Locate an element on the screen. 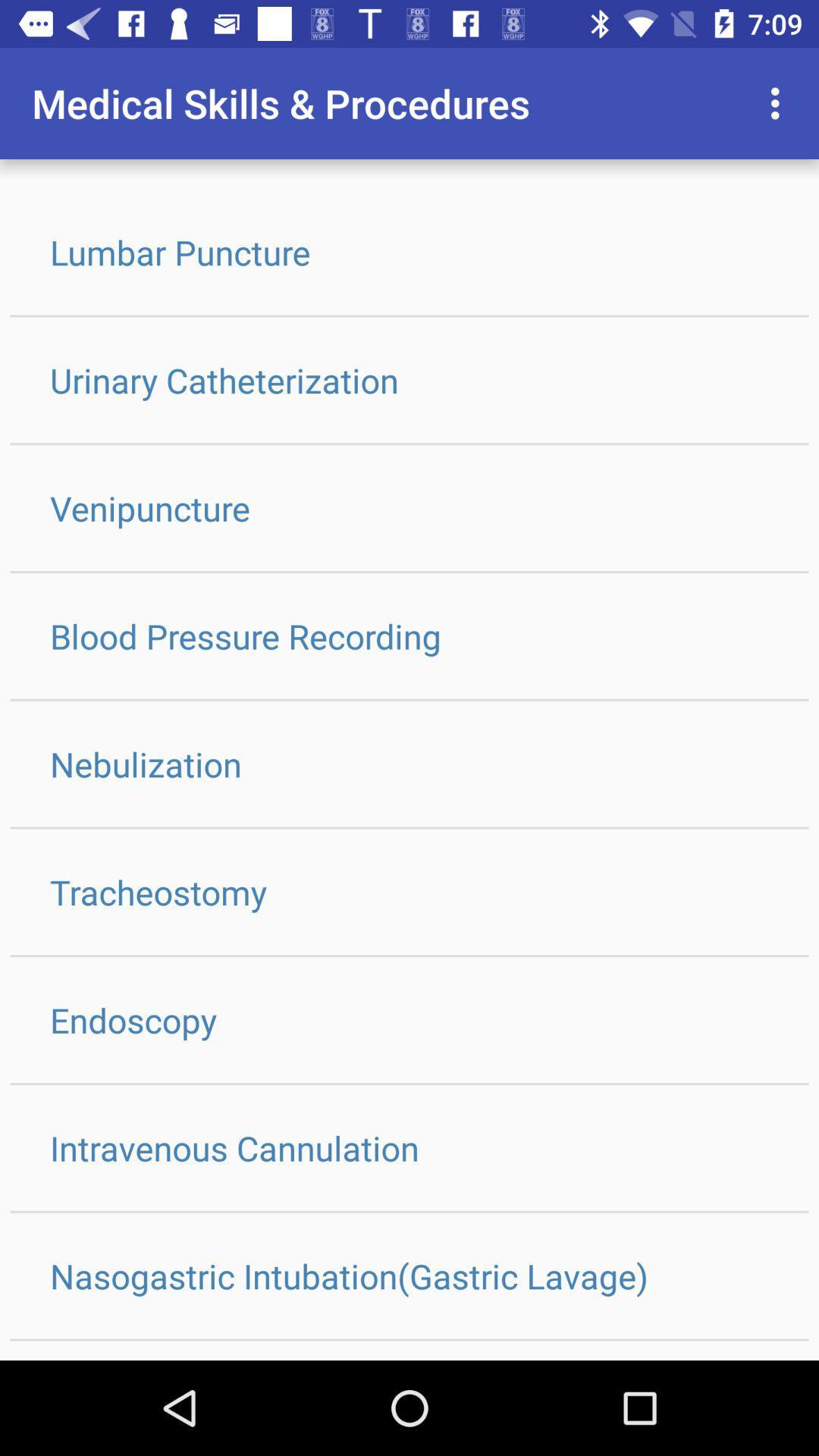 The width and height of the screenshot is (819, 1456). lumbar puncture icon is located at coordinates (409, 252).